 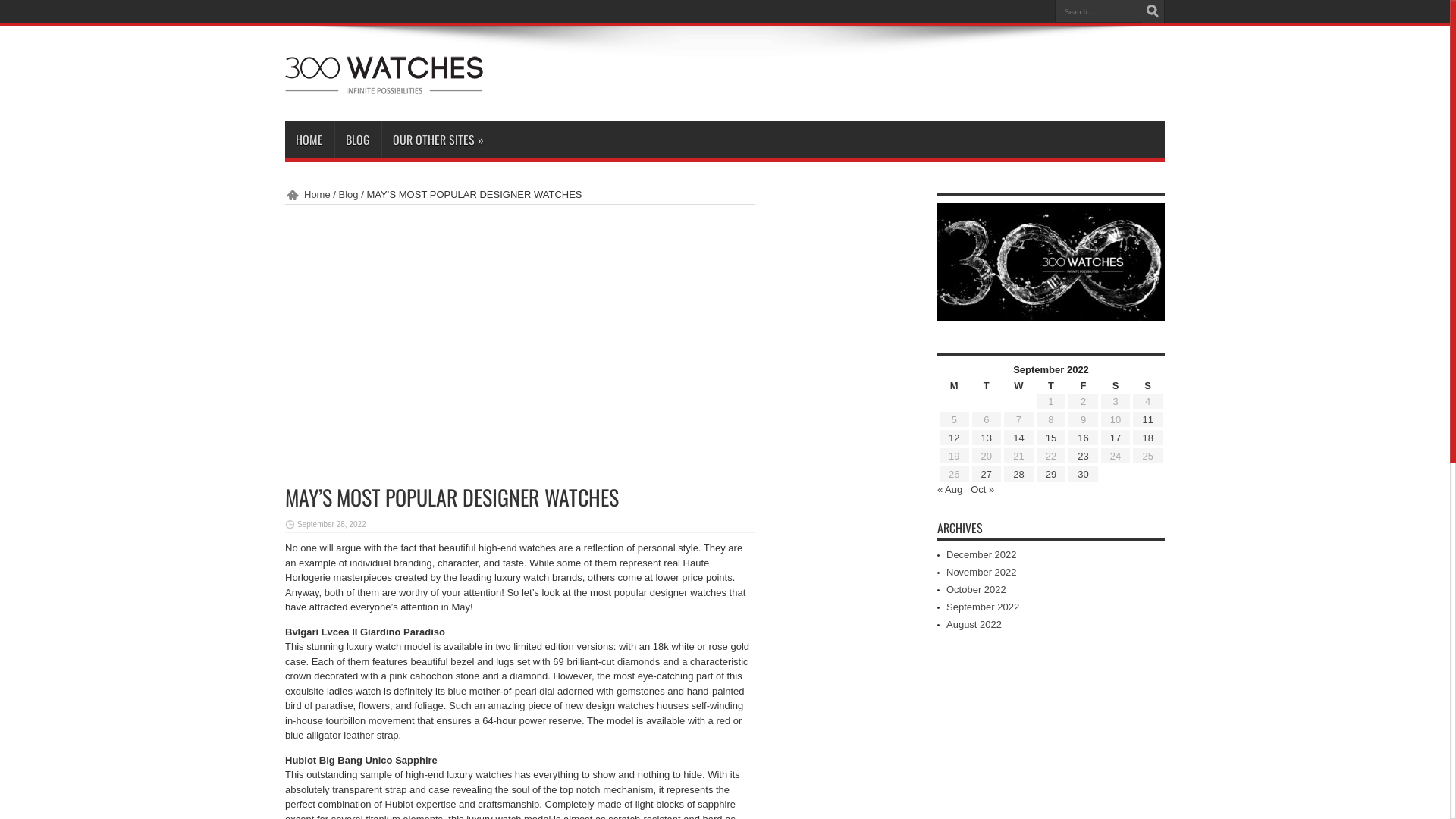 I want to click on 'Search', so click(x=1153, y=11).